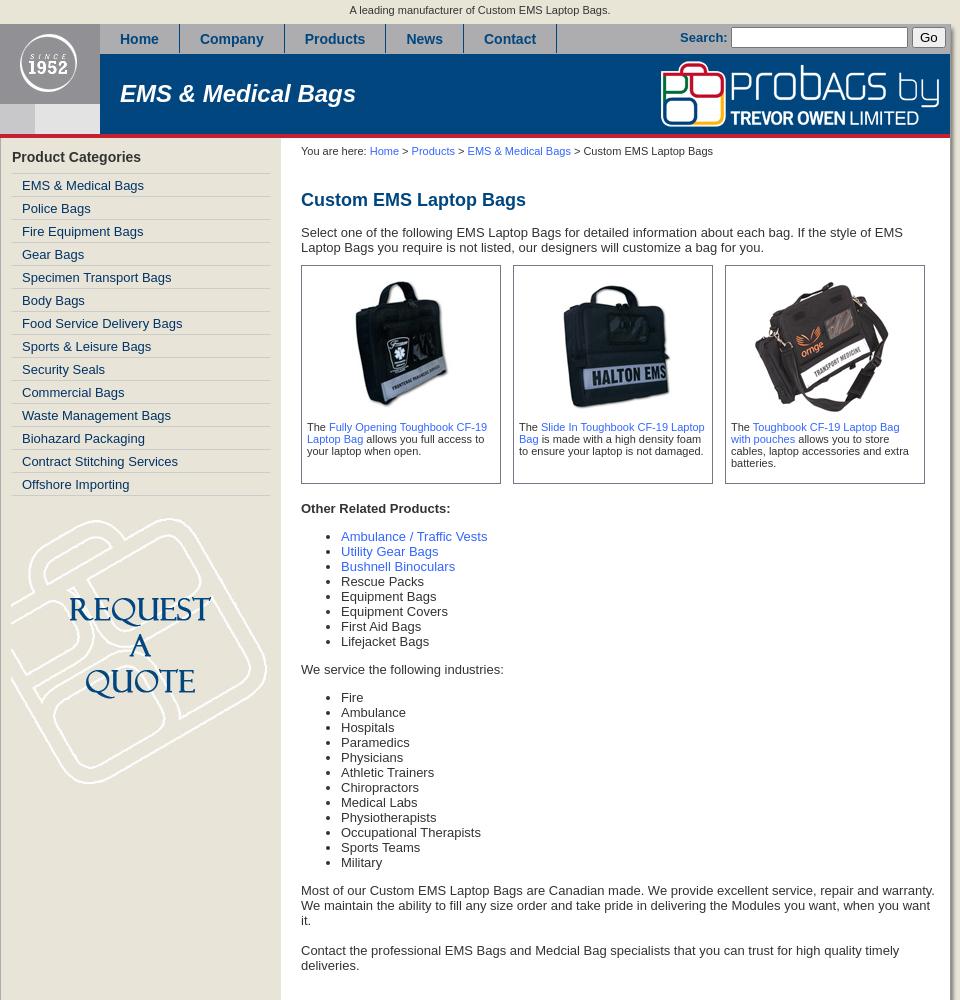  I want to click on 'Commercial Bags', so click(72, 392).